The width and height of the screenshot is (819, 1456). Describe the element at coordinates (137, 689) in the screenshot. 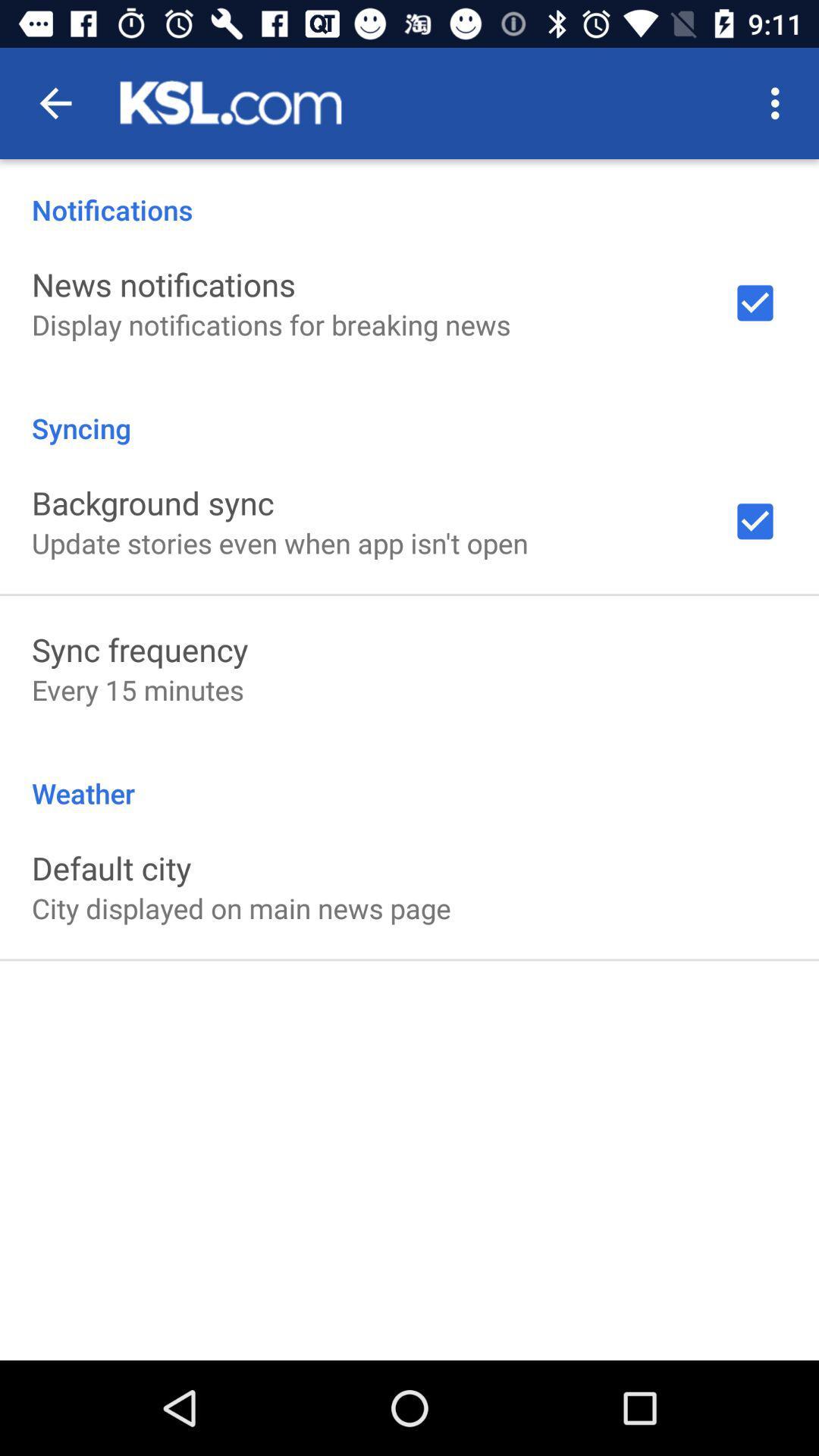

I see `the app above weather item` at that location.